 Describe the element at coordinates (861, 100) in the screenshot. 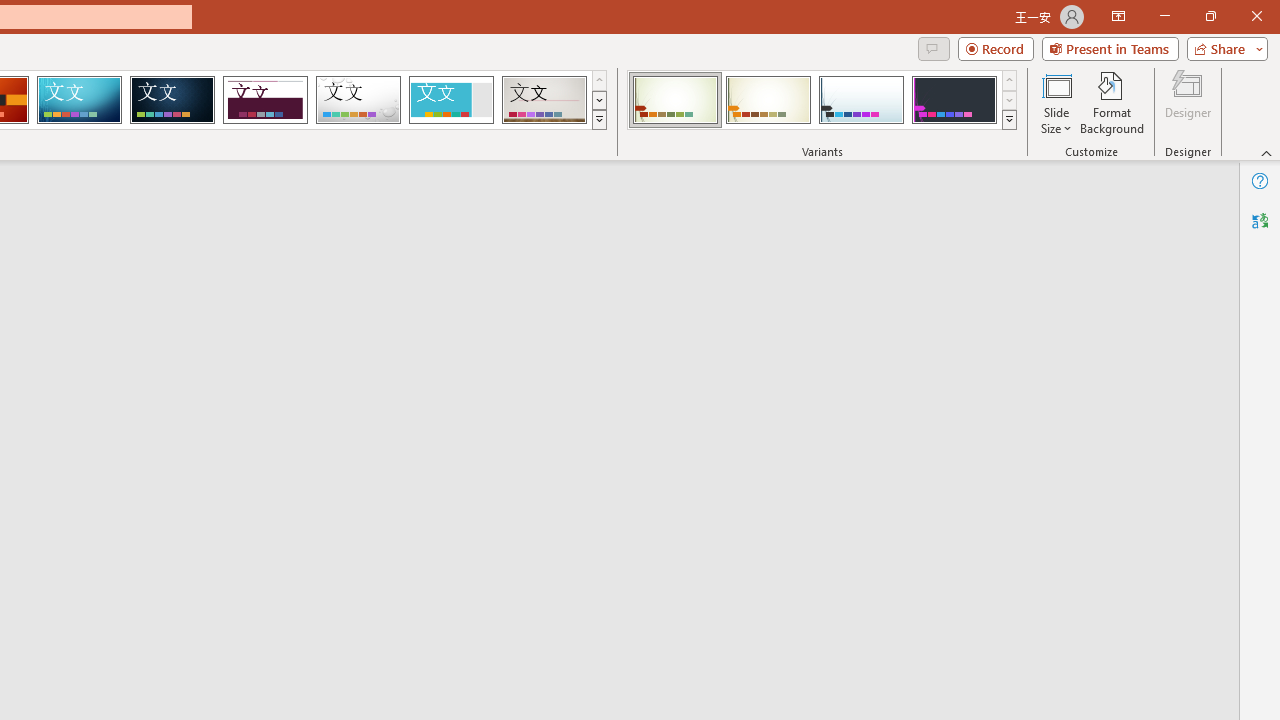

I see `'Wisp Variant 3'` at that location.